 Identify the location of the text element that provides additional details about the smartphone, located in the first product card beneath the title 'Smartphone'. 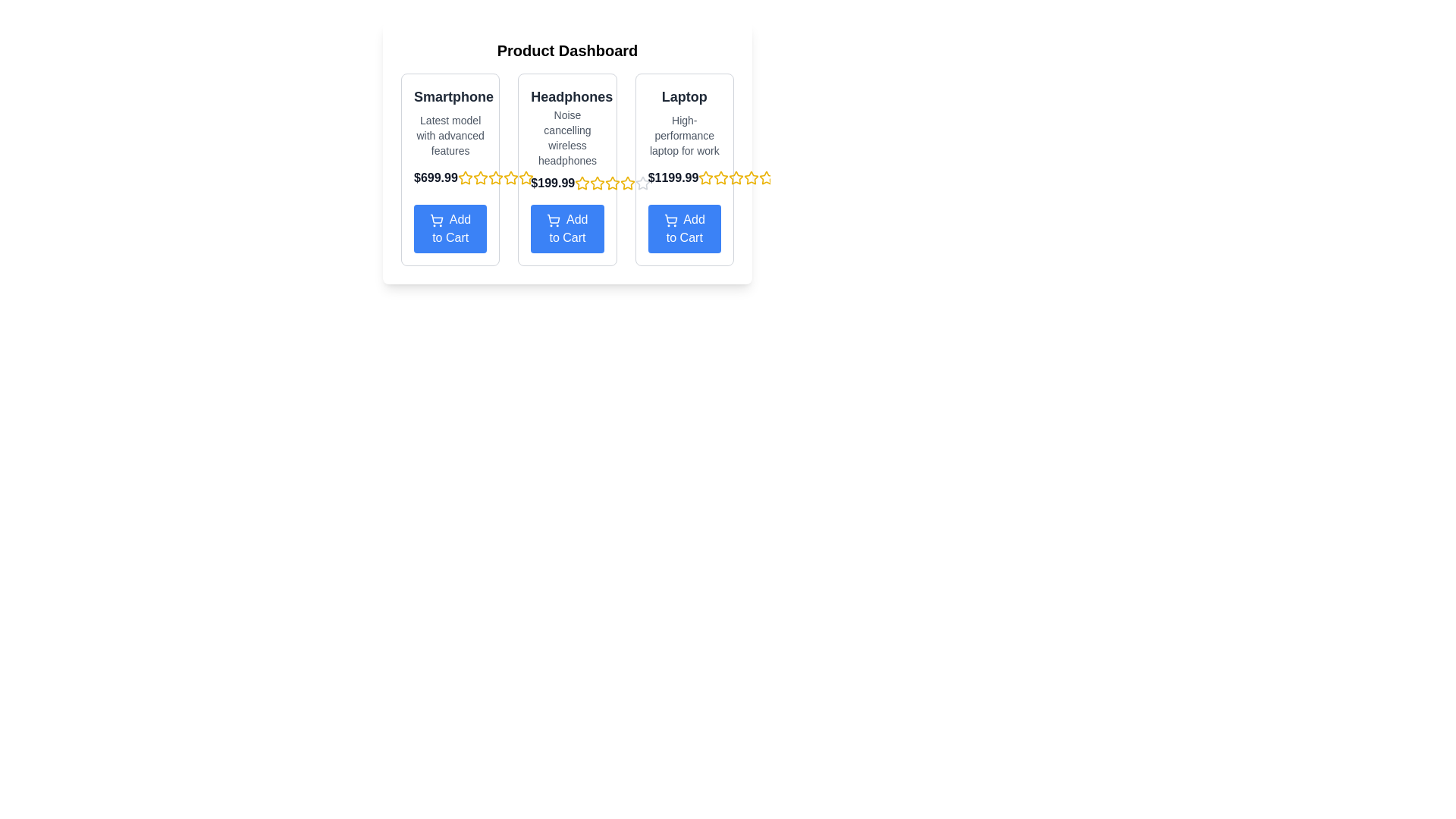
(450, 134).